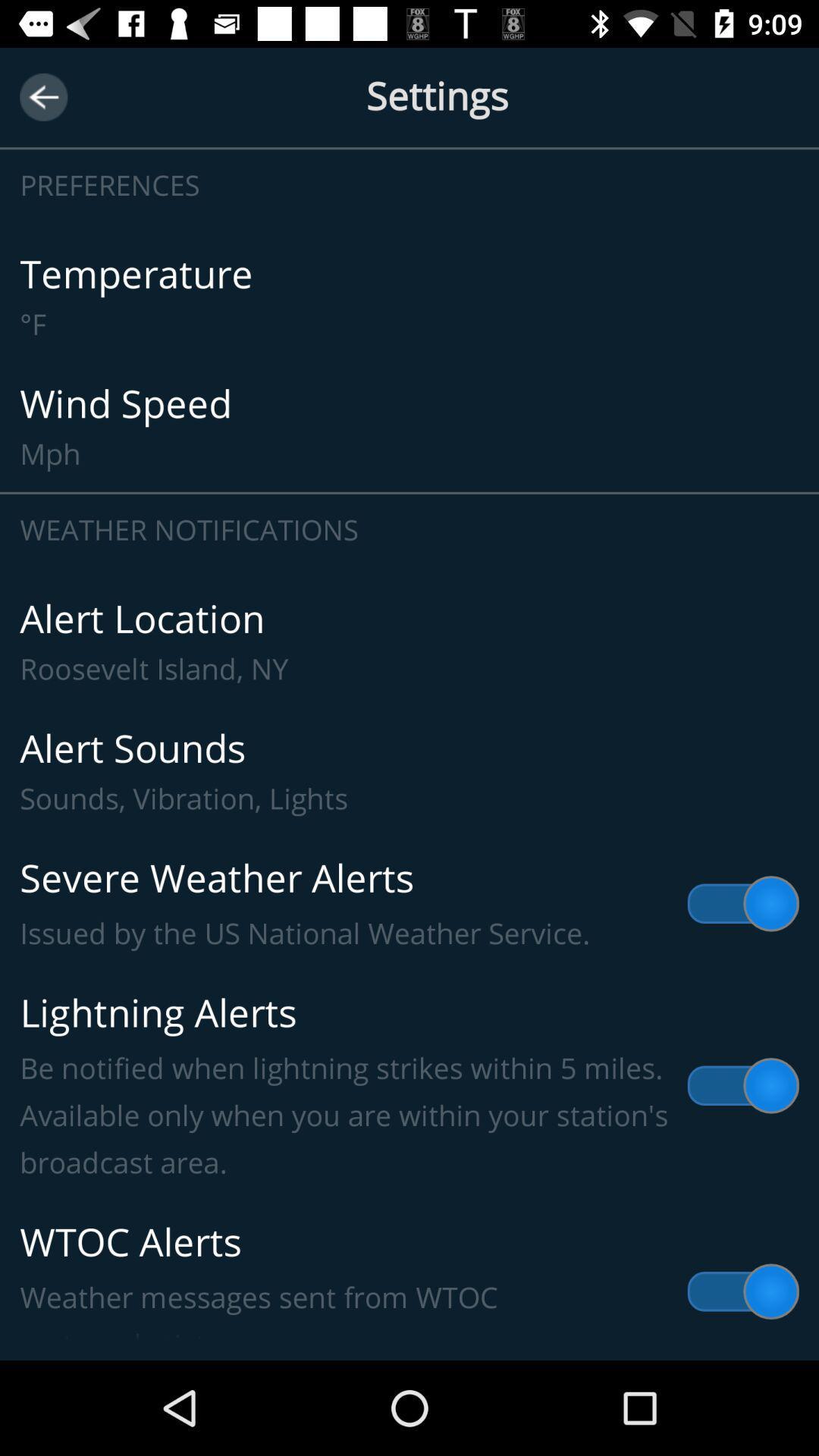 This screenshot has height=1456, width=819. What do you see at coordinates (409, 642) in the screenshot?
I see `the icon below the weather notifications` at bounding box center [409, 642].